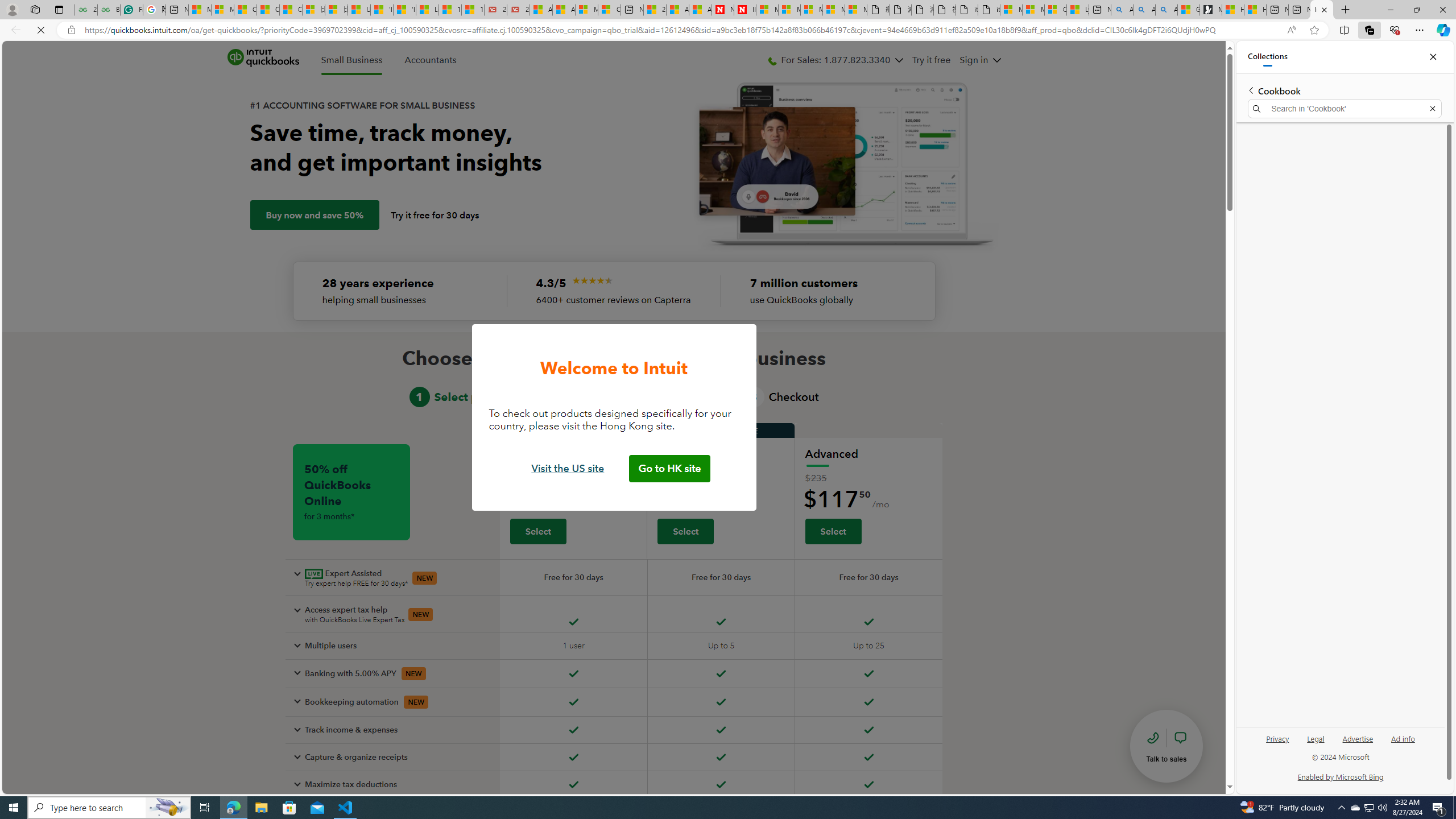 The image size is (1456, 819). What do you see at coordinates (744, 9) in the screenshot?
I see `'Illness news & latest pictures from Newsweek.com'` at bounding box center [744, 9].